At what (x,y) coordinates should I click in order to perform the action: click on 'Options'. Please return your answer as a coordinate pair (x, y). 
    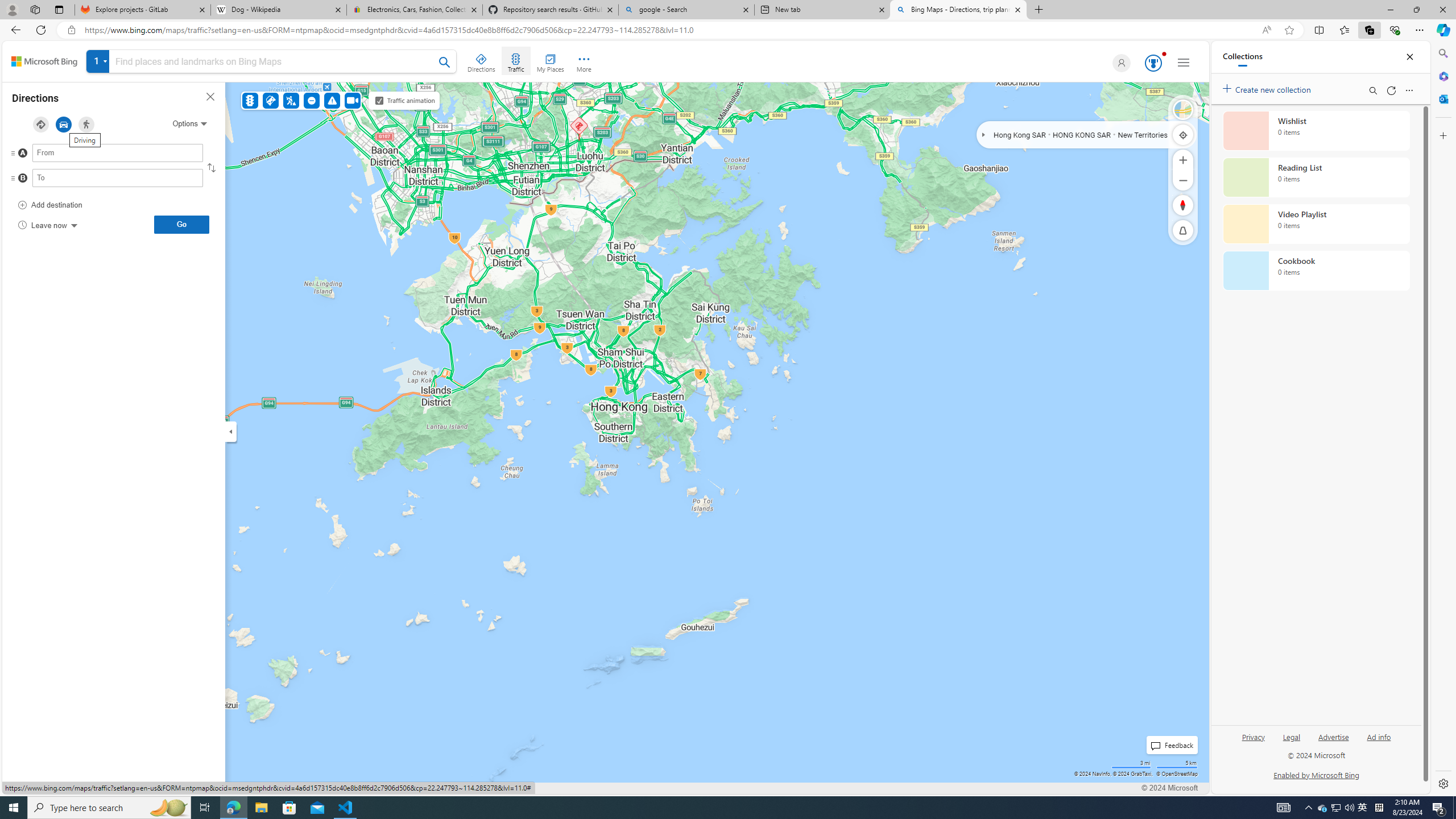
    Looking at the image, I should click on (188, 123).